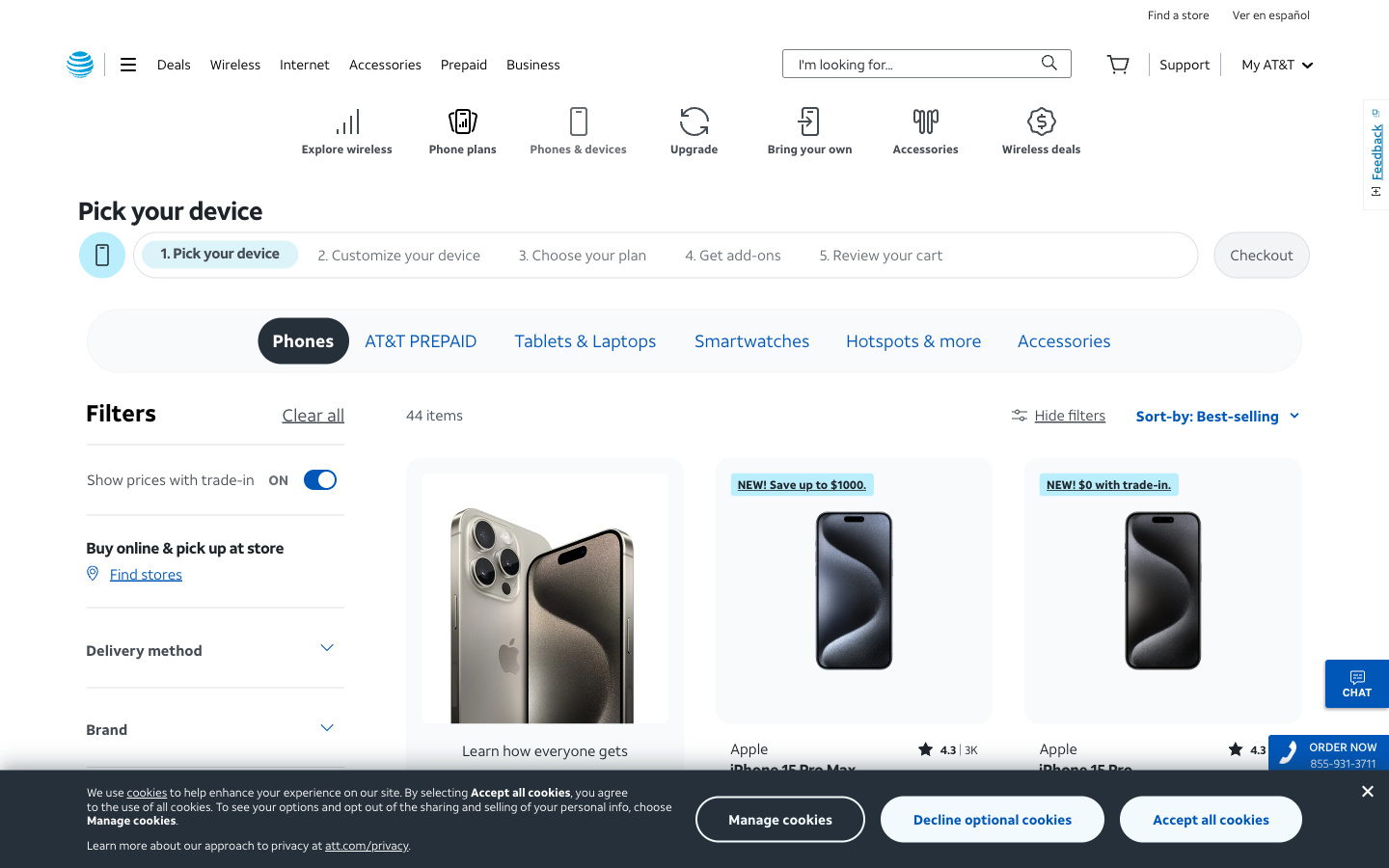 This screenshot has width=1389, height=868. I want to click on Visit the customer help section, so click(1184, 63).